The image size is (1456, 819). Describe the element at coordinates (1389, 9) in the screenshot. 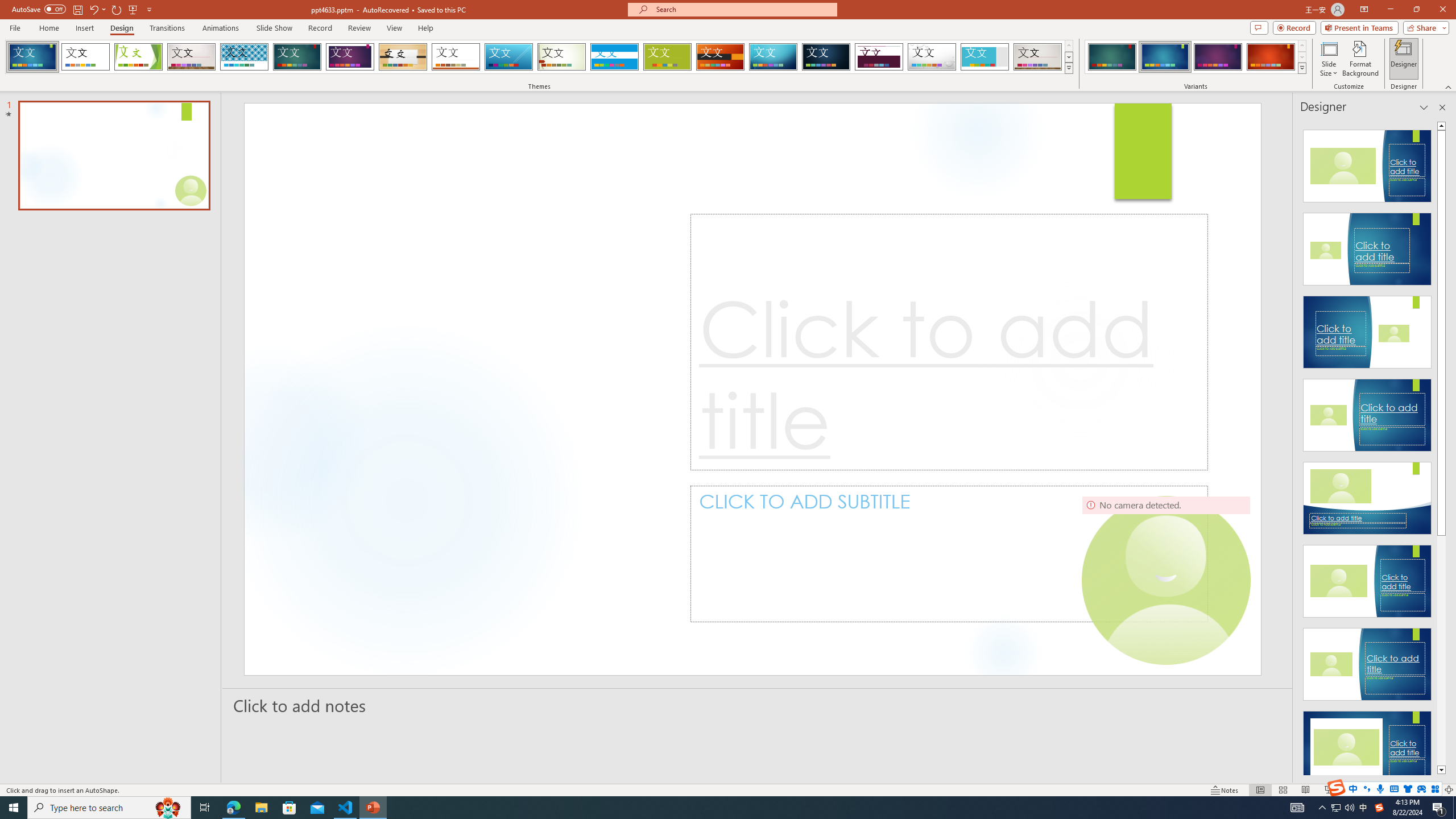

I see `'Minimize'` at that location.